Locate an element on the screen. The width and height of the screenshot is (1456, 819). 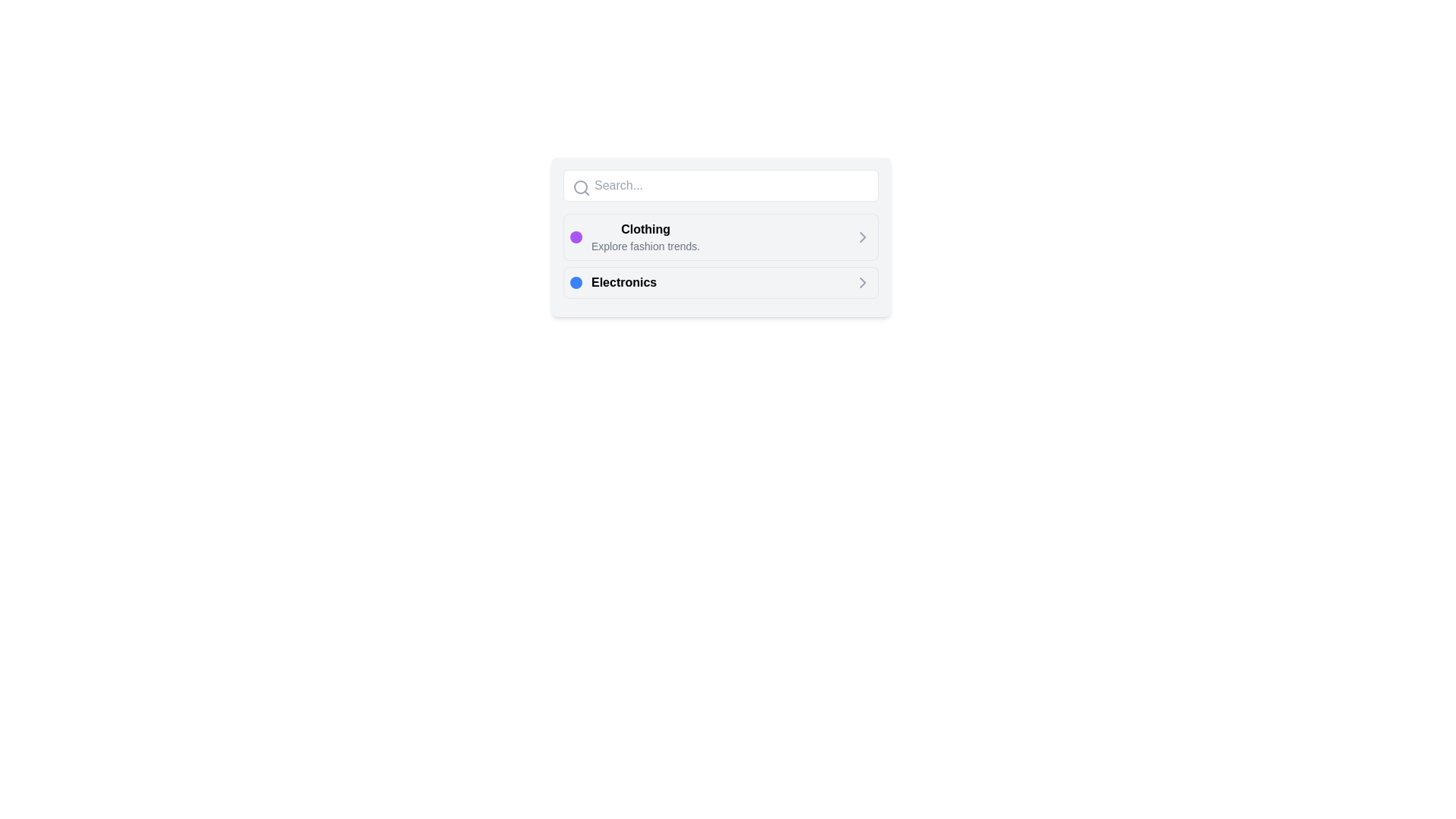
the text label that serves as the title for a category, located in the upper section of a vertically stacked list, within a card that contains the text 'Explore fashion trends.' is located at coordinates (645, 230).